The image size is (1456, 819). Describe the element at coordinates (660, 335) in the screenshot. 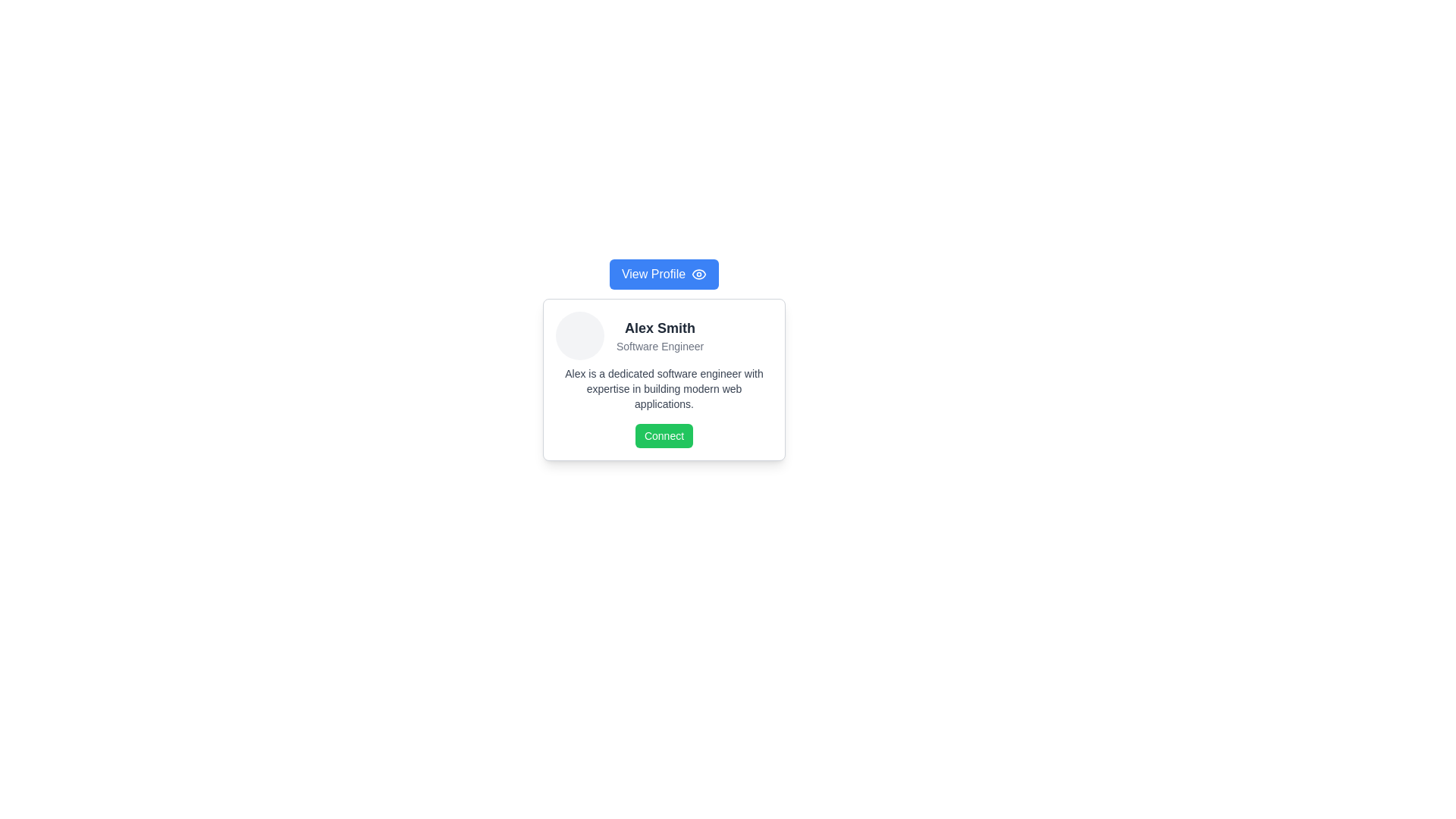

I see `text label displaying 'Alex Smith' and 'Software Engineer' located in the center-top area of a user card, below a circular icon placeholder` at that location.